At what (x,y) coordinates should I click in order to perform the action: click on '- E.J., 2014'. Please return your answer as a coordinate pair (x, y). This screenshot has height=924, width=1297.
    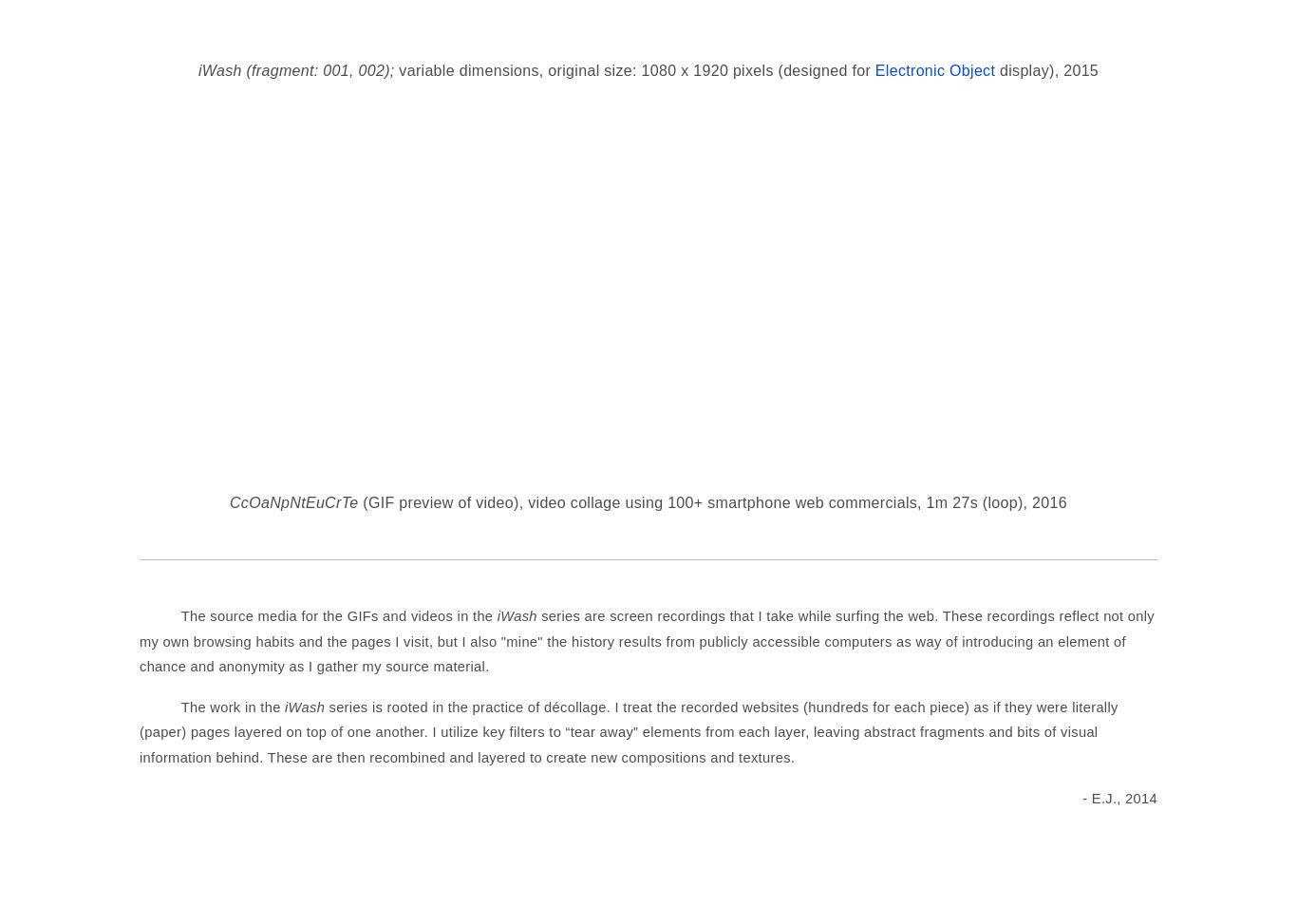
    Looking at the image, I should click on (1119, 797).